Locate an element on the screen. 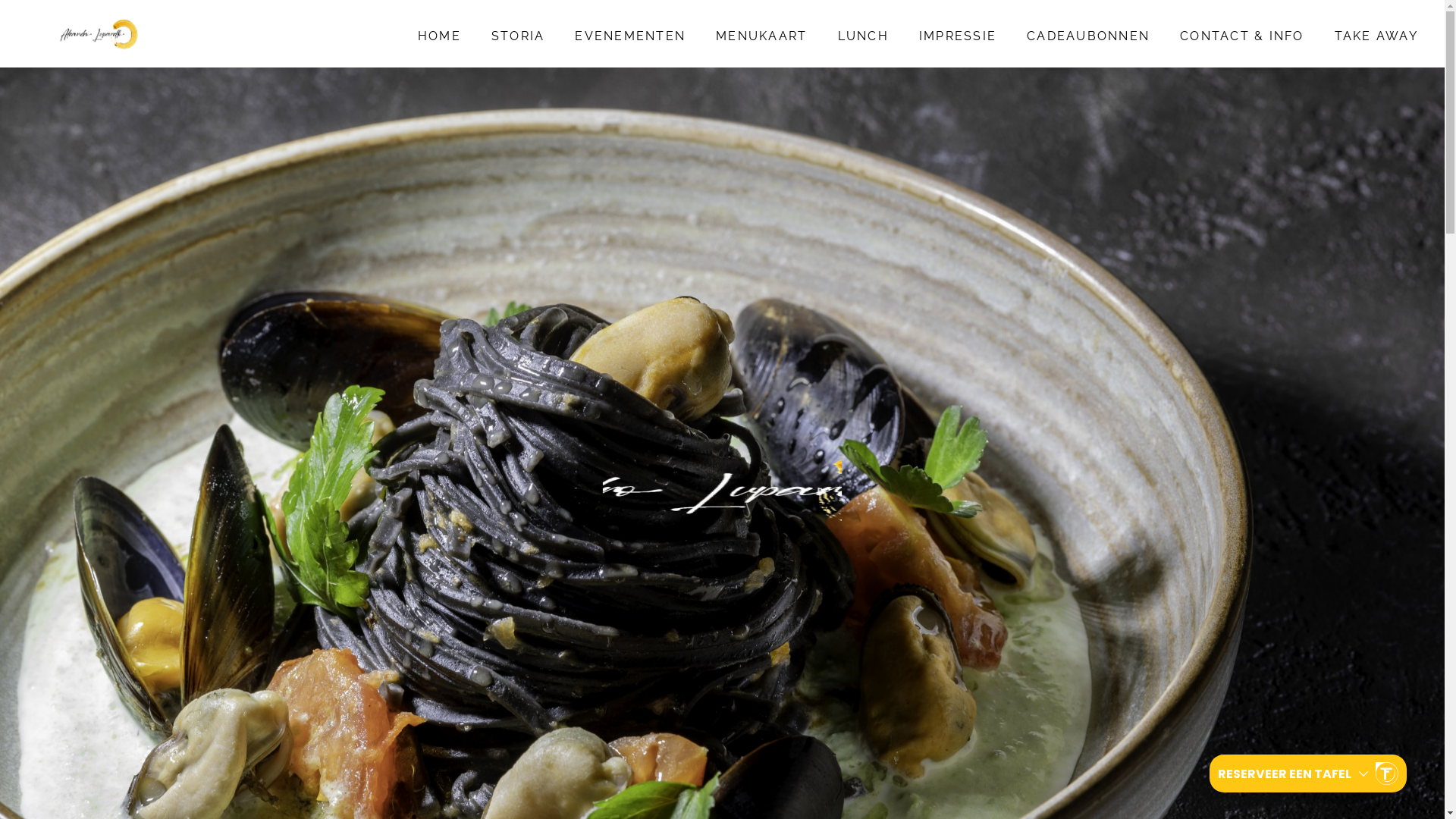 This screenshot has height=819, width=1456. 'MENUKAART' is located at coordinates (761, 35).